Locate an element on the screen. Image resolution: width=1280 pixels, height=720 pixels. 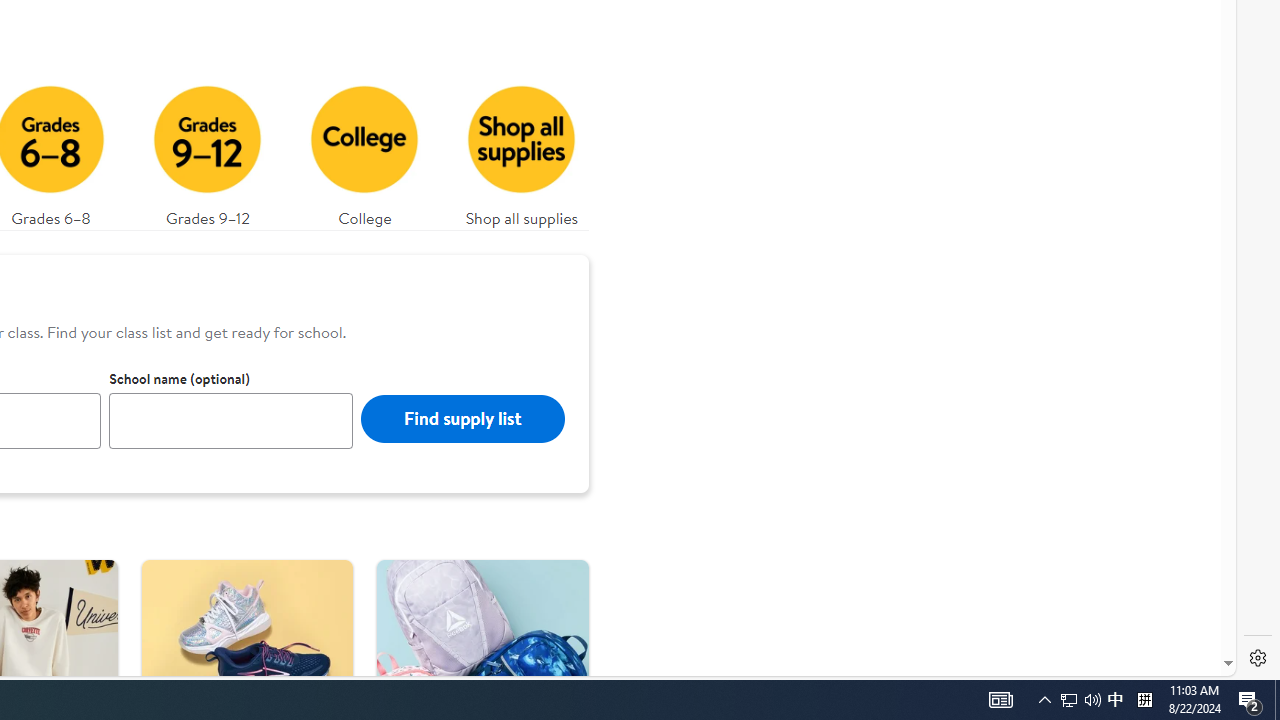
'College' is located at coordinates (364, 150).